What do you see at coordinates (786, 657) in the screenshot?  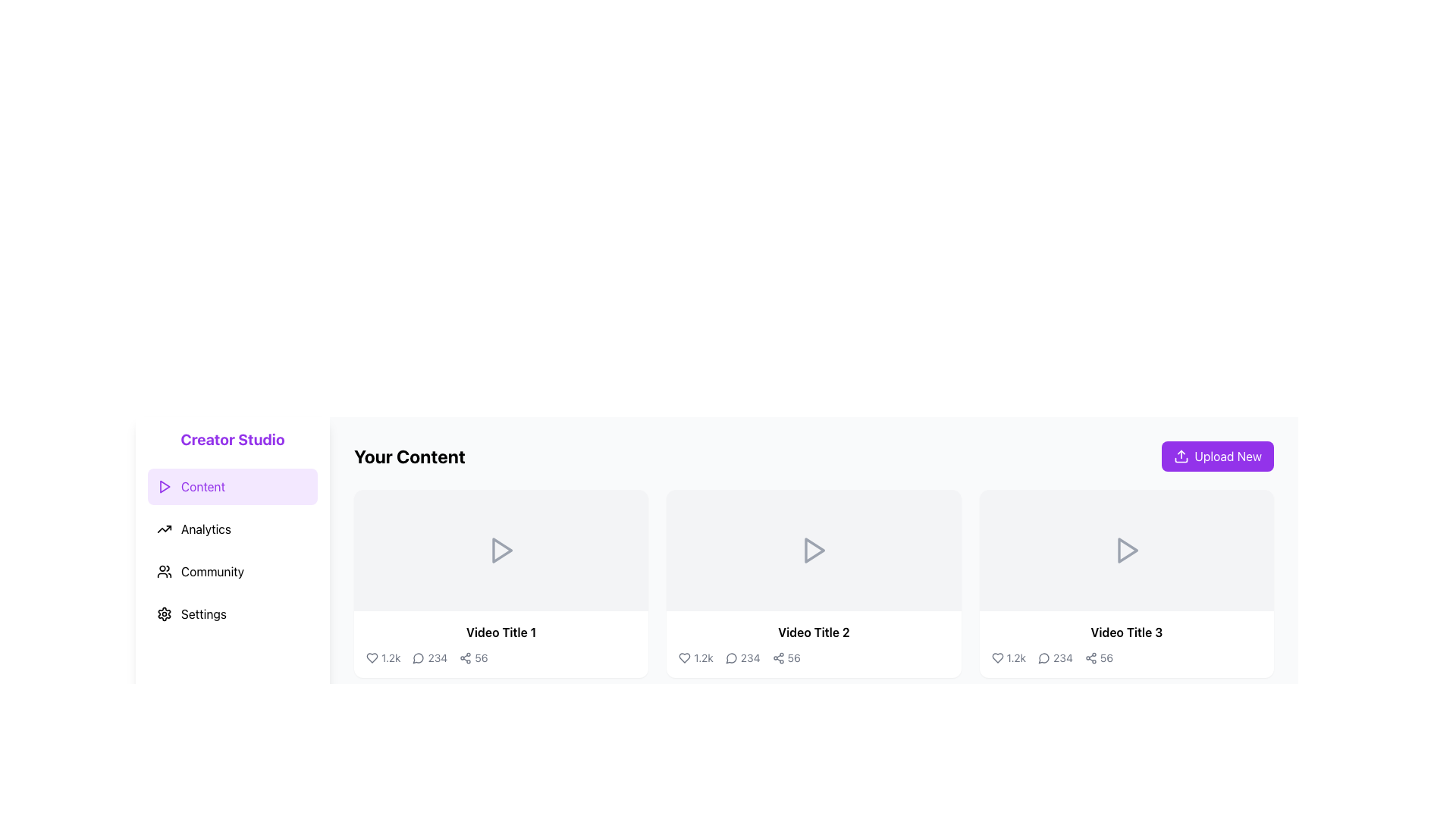 I see `the interactive share indicator element located at the bottom of the 'Video Title 2' card, positioned to the right of the '234' comment count indicator` at bounding box center [786, 657].